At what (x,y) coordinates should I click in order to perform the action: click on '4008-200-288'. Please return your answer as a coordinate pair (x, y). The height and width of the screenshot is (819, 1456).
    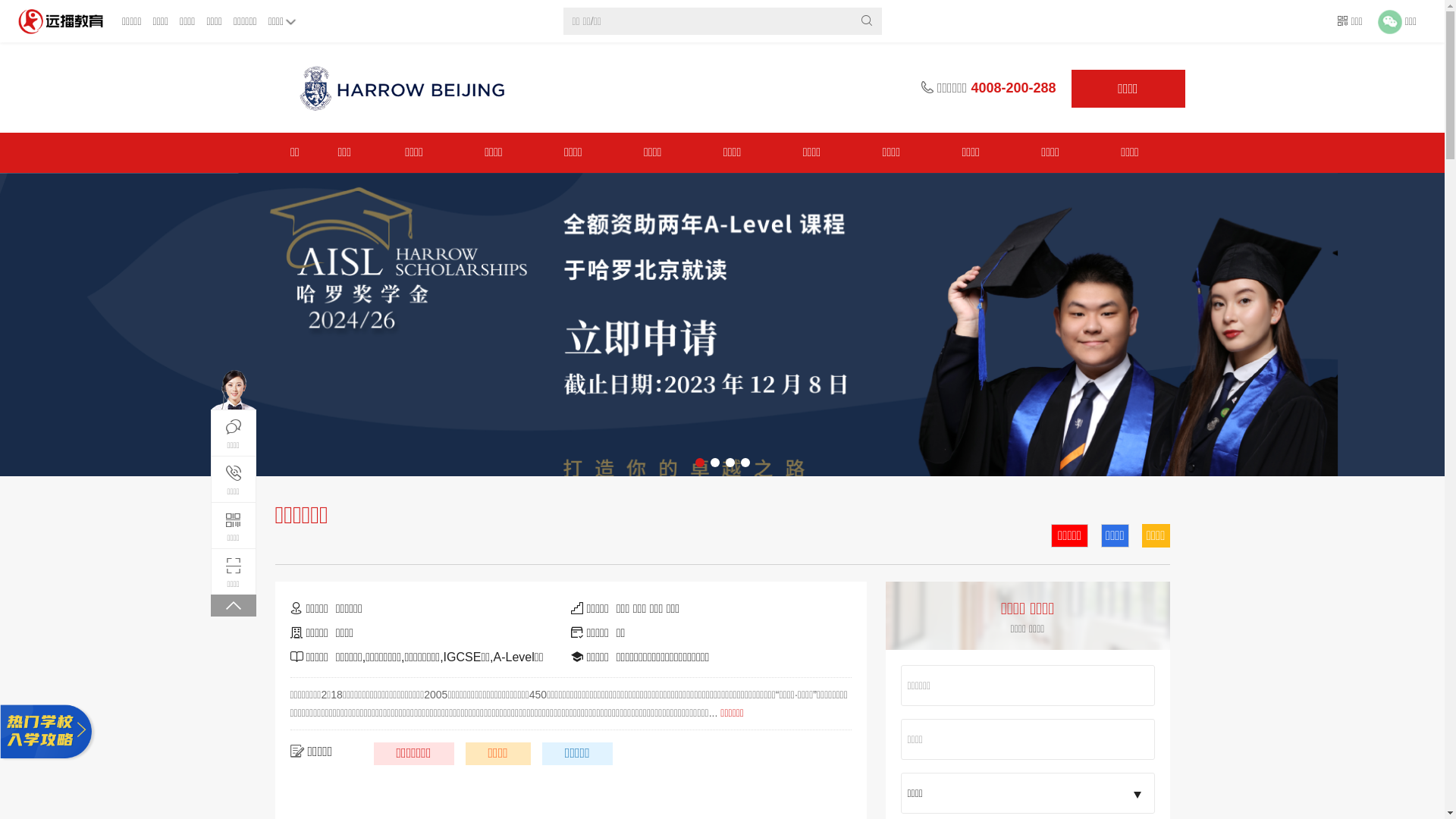
    Looking at the image, I should click on (1012, 87).